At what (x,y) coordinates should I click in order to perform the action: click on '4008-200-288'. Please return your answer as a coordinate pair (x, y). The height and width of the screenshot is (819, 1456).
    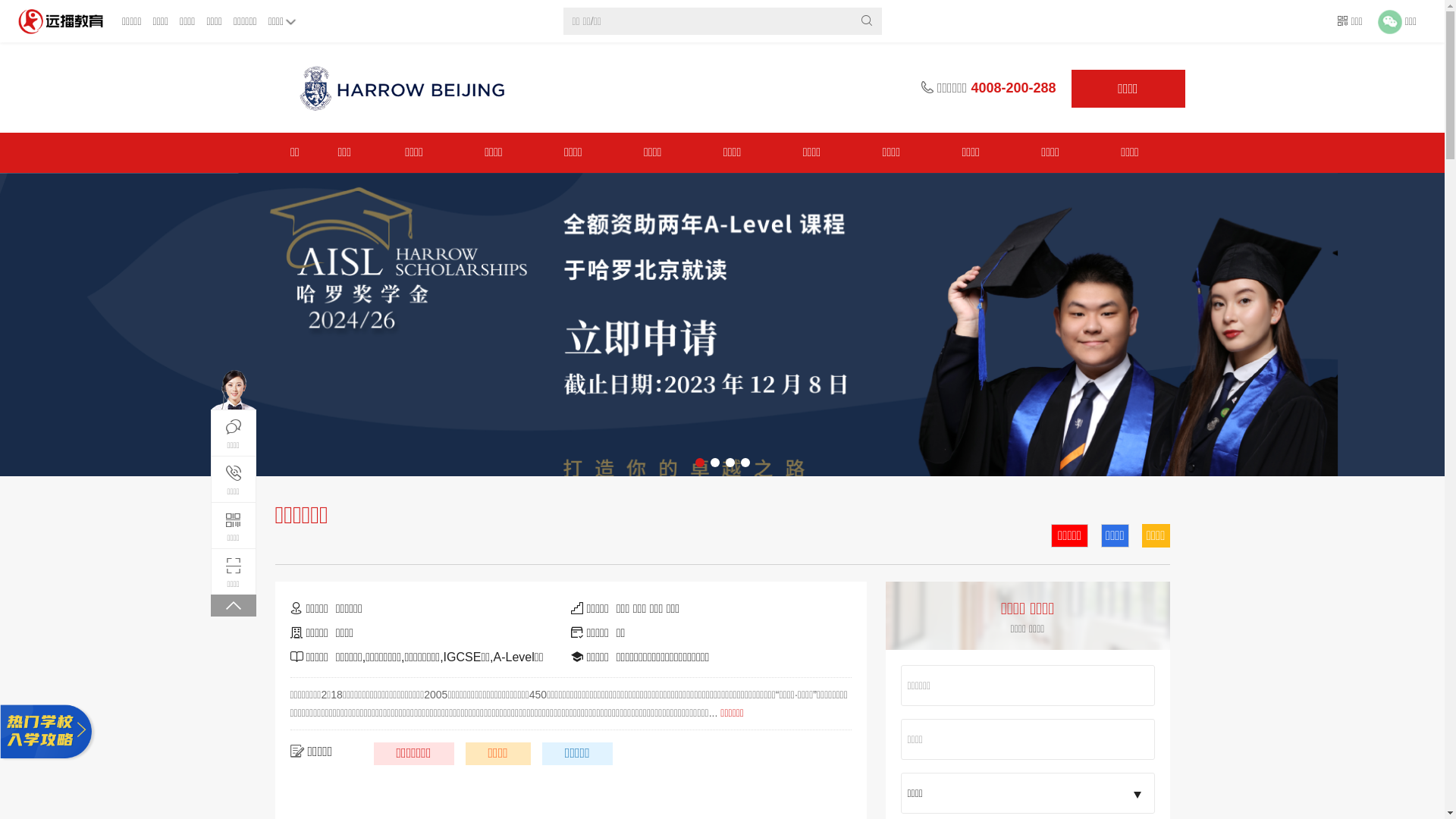
    Looking at the image, I should click on (1012, 87).